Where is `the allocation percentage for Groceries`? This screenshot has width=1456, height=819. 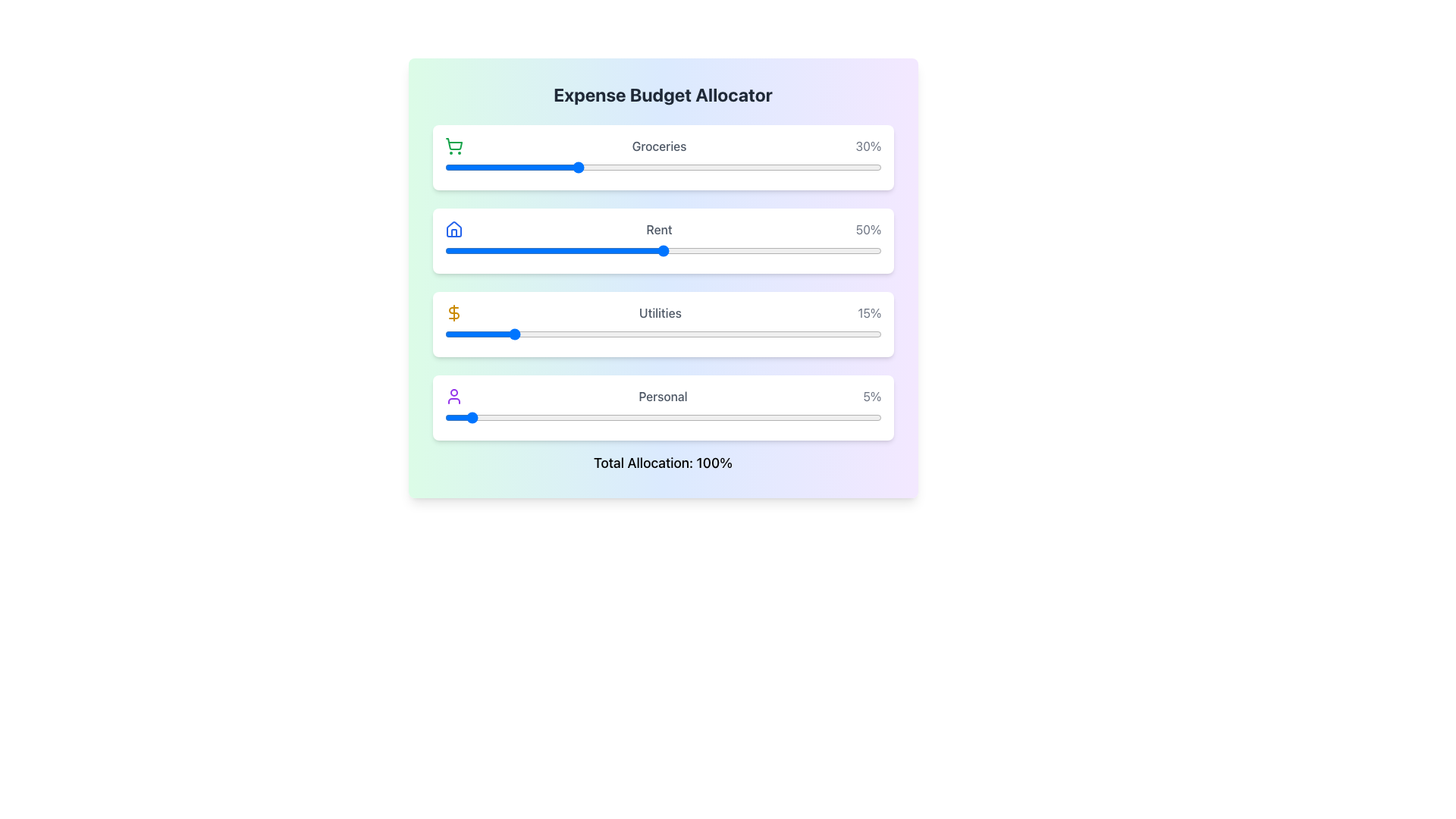
the allocation percentage for Groceries is located at coordinates (819, 167).